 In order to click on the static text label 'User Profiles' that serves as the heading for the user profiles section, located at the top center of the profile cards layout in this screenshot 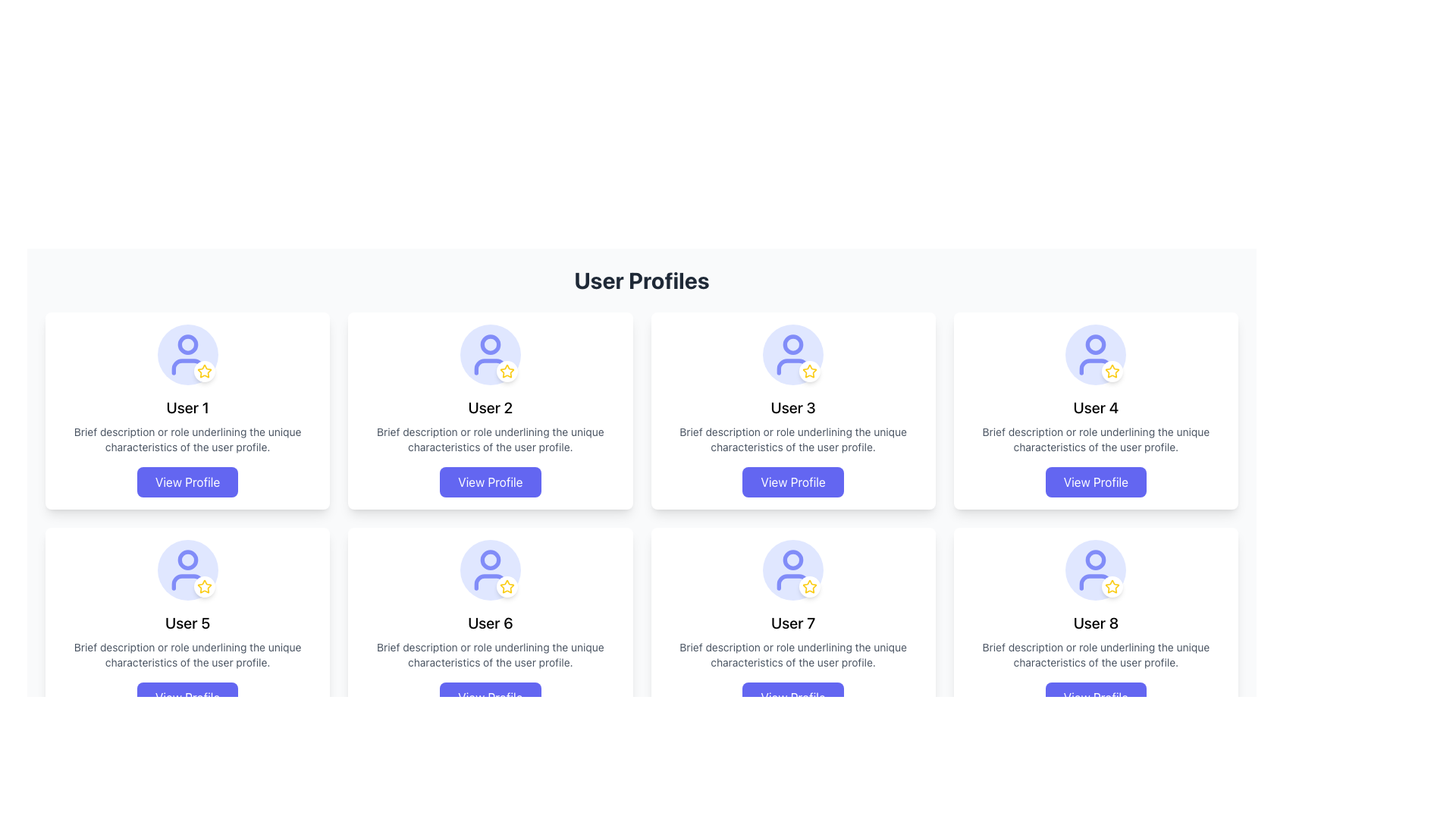, I will do `click(642, 281)`.